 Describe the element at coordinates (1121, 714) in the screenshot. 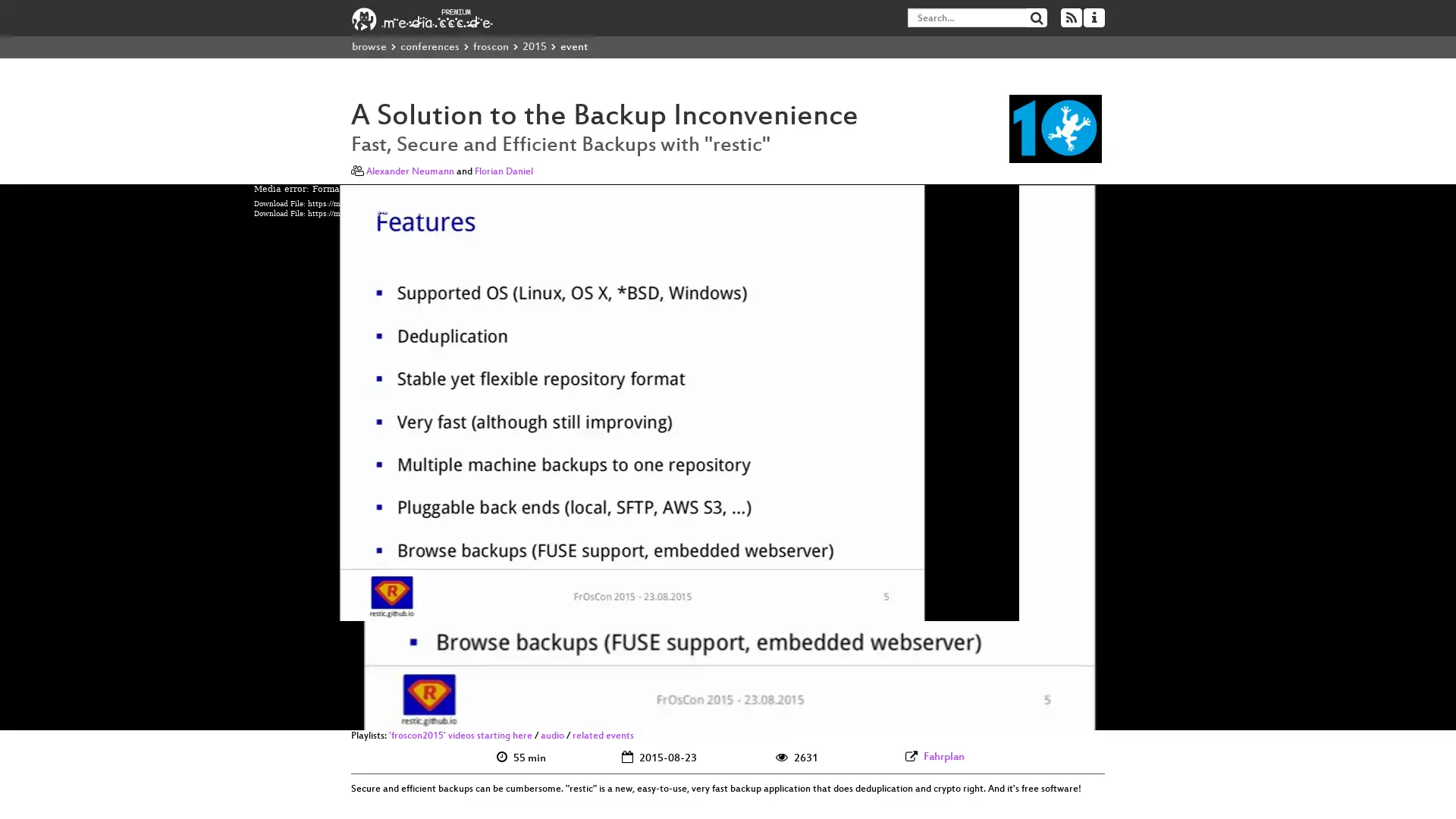

I see `Mute` at that location.